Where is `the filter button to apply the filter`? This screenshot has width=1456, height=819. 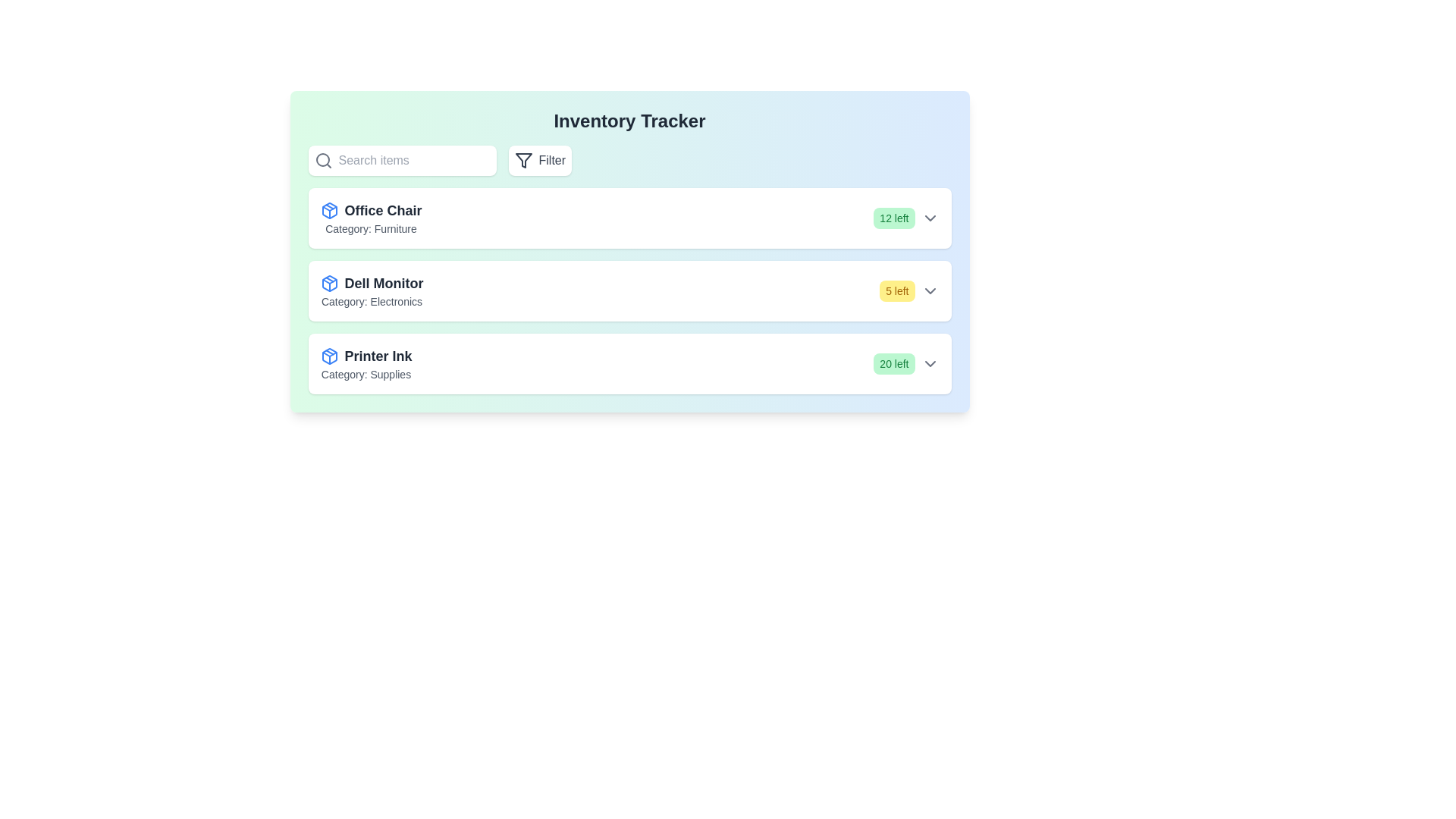
the filter button to apply the filter is located at coordinates (539, 161).